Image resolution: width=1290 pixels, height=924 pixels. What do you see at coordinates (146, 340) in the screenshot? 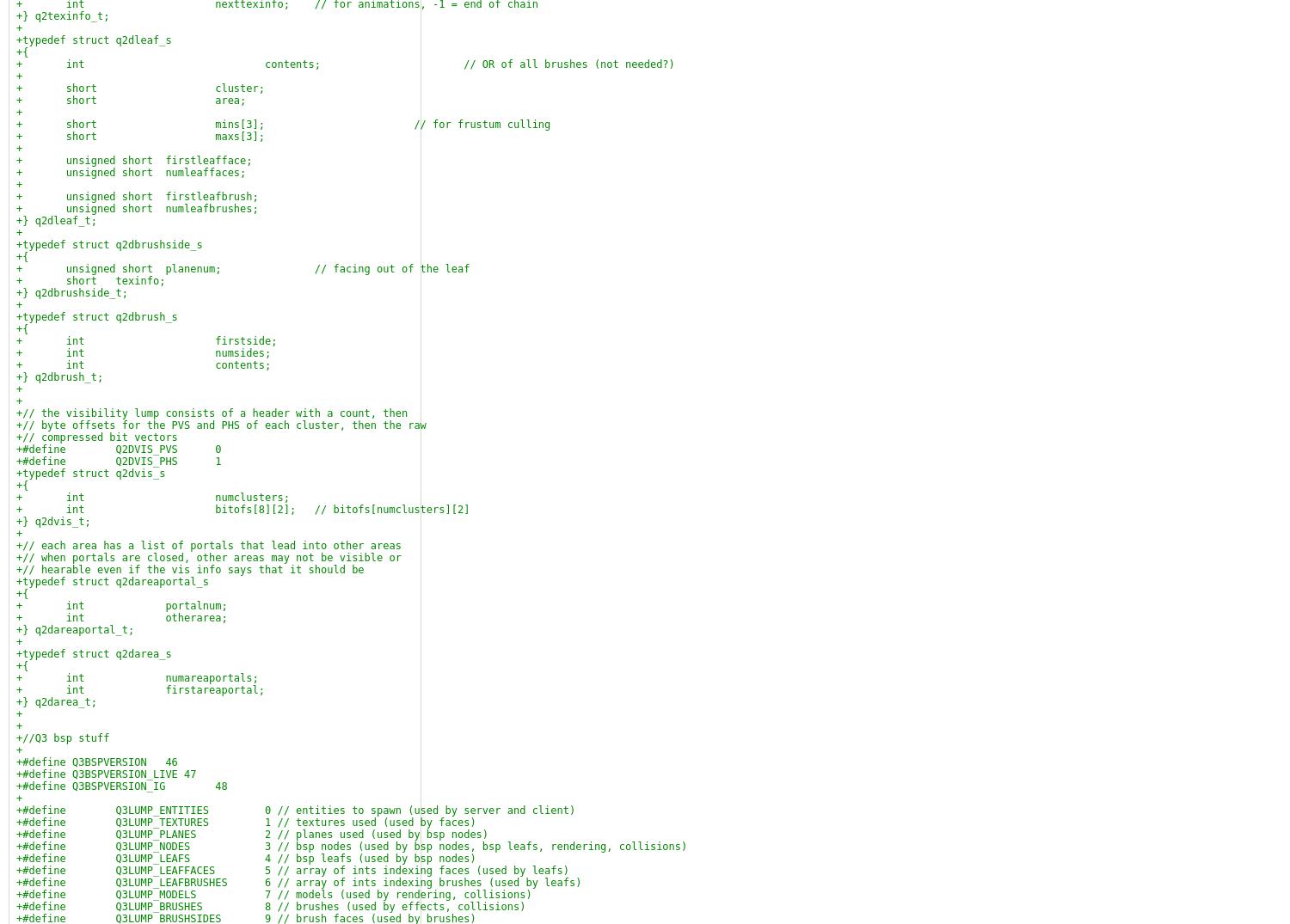
I see `'+       int                     firstside;'` at bounding box center [146, 340].